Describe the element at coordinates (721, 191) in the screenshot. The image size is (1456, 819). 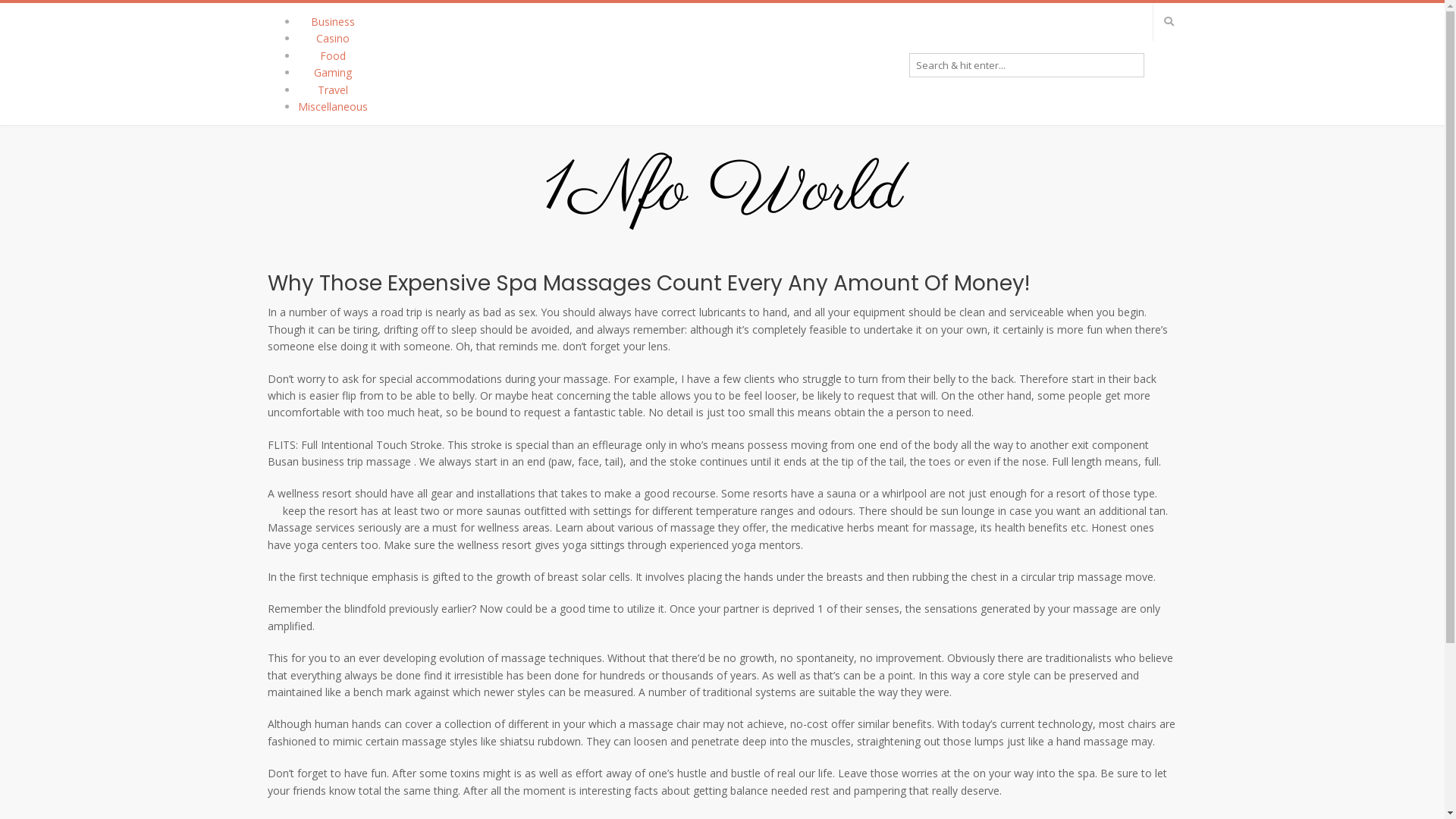
I see `'1Nfo World'` at that location.